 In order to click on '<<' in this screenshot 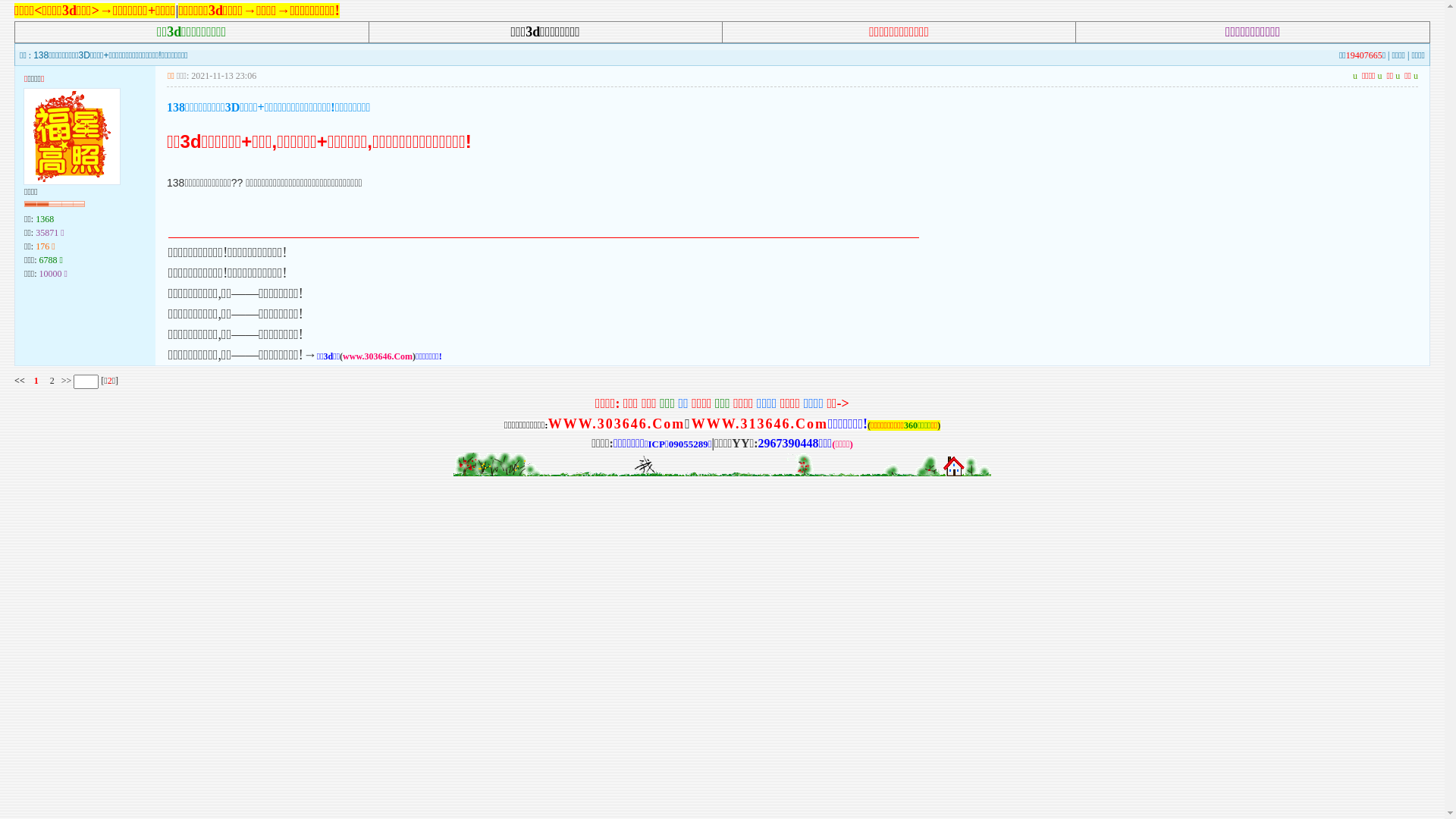, I will do `click(19, 379)`.